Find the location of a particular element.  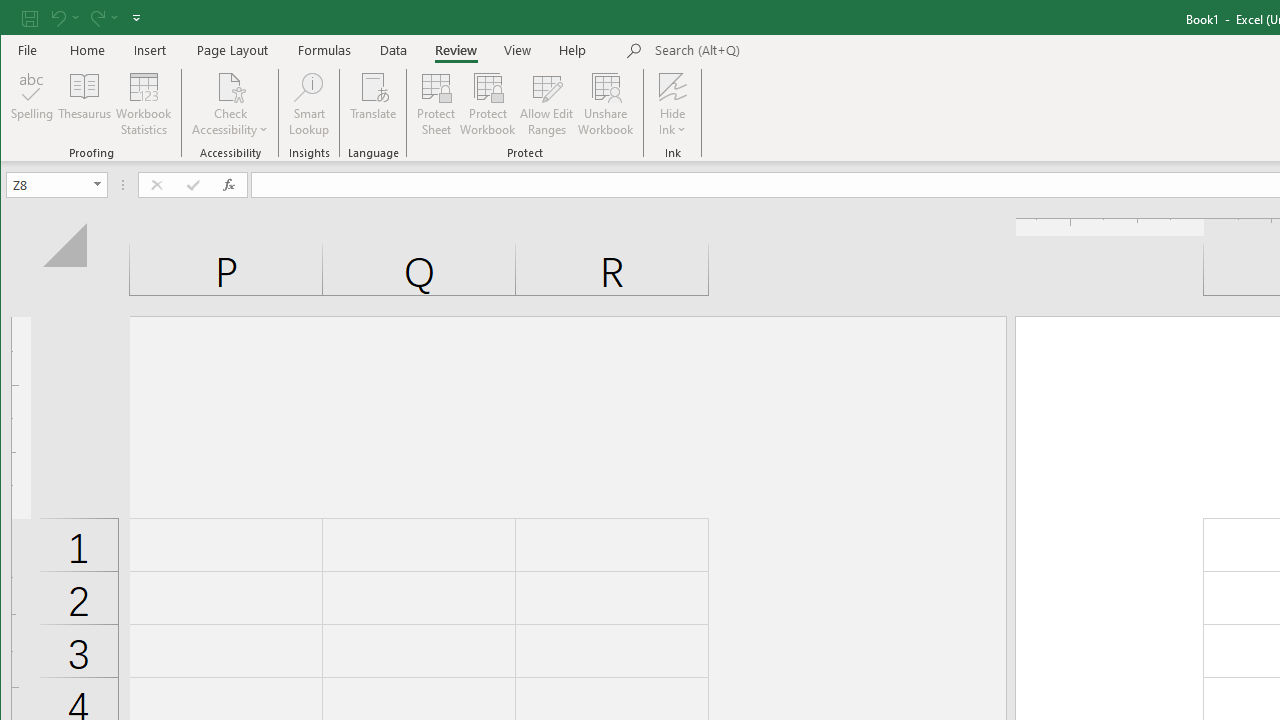

'Protect Sheet...' is located at coordinates (435, 104).